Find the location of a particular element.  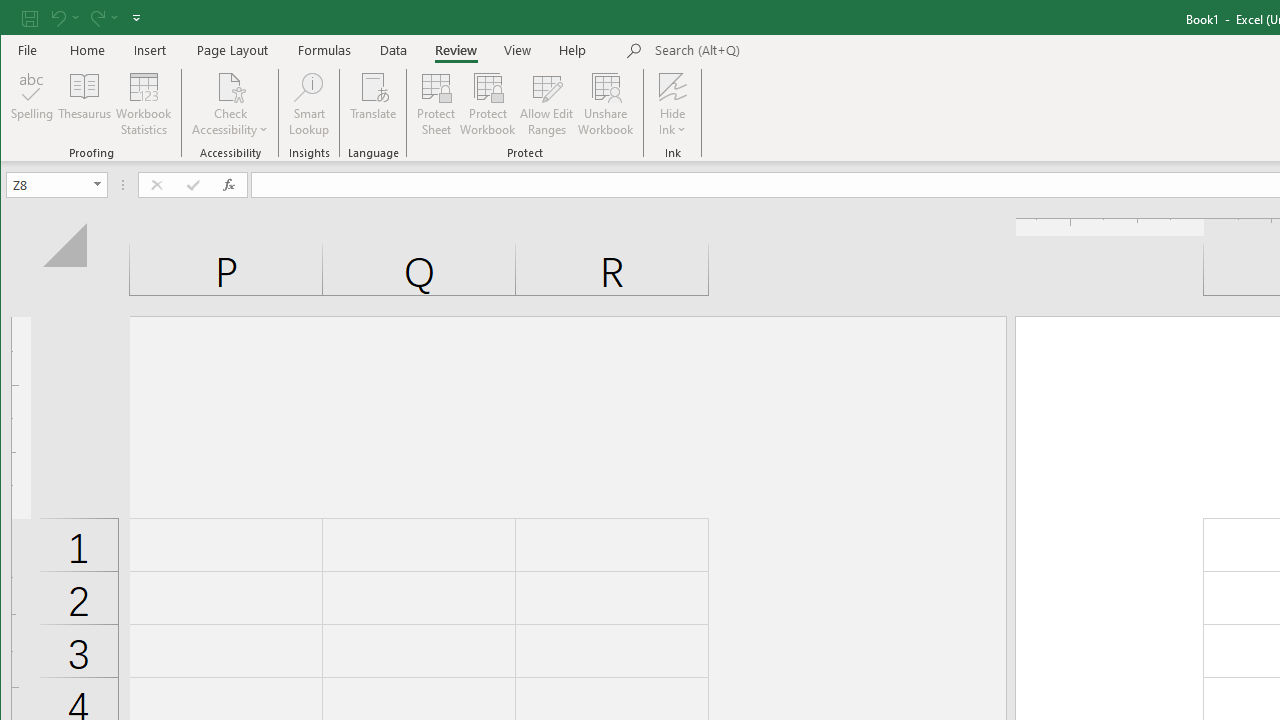

'Protect Sheet...' is located at coordinates (435, 104).